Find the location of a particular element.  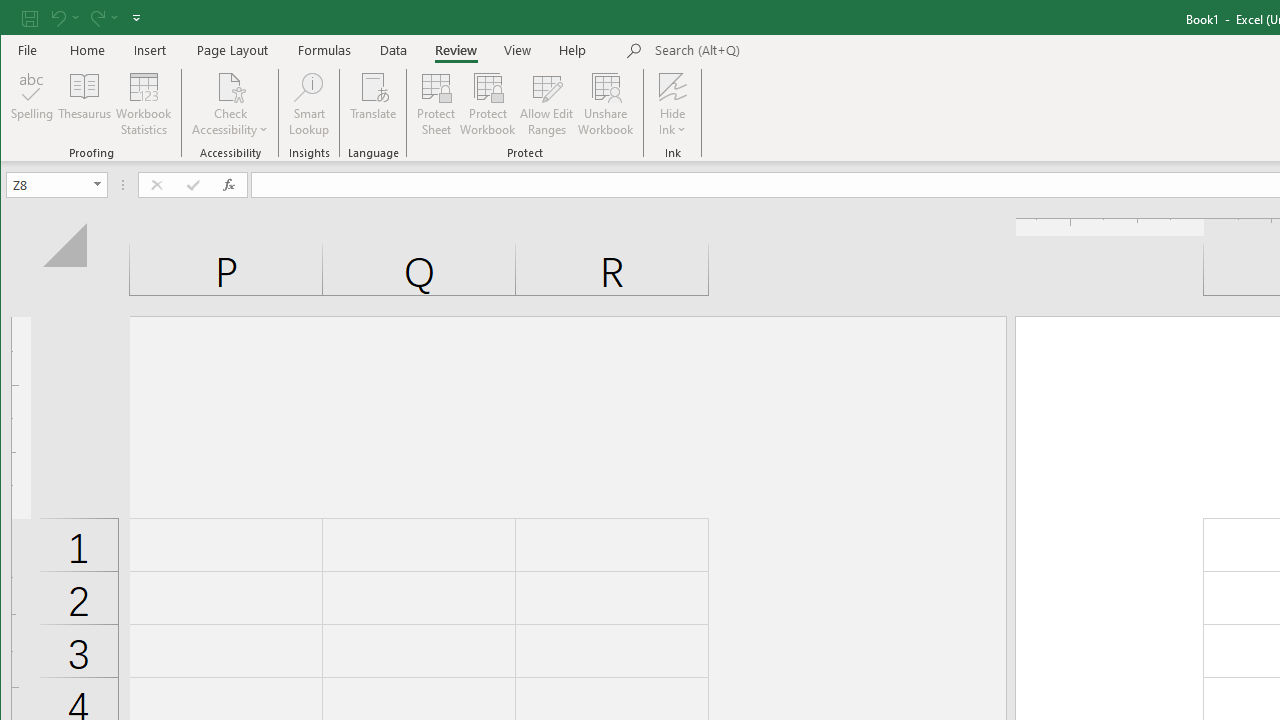

'Protect Sheet...' is located at coordinates (435, 104).